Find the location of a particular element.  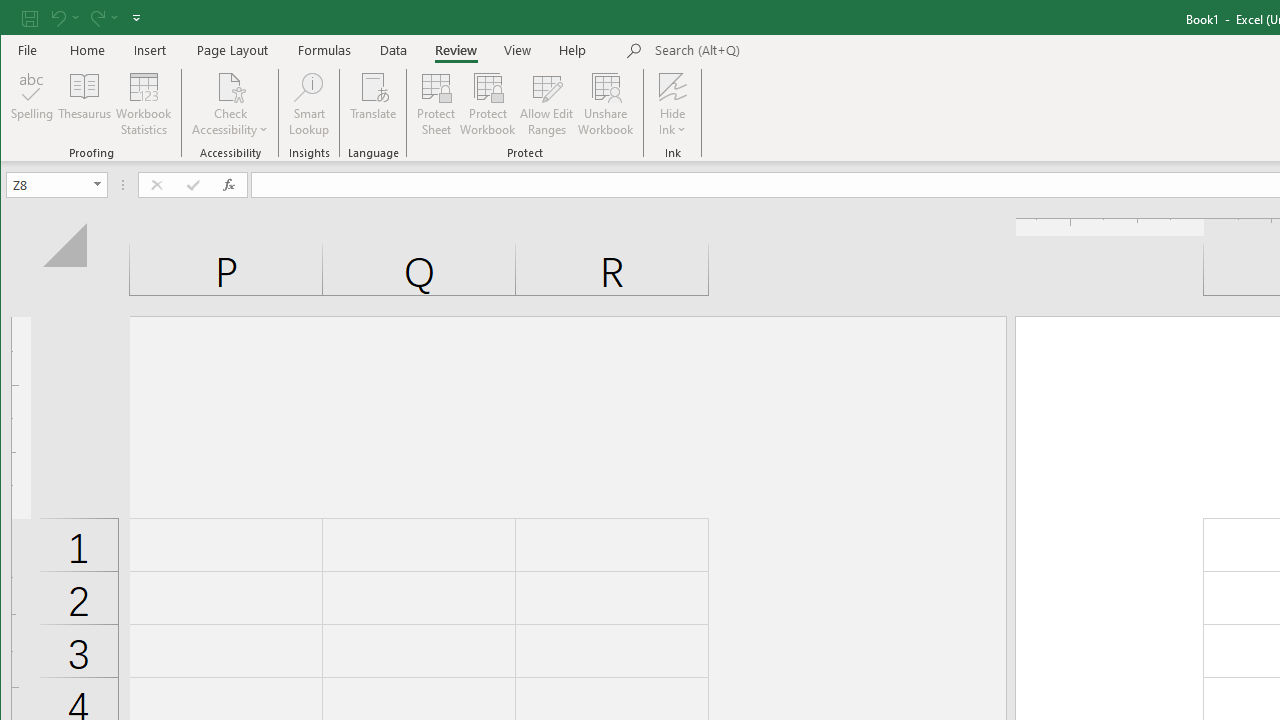

'Protect Sheet...' is located at coordinates (435, 104).